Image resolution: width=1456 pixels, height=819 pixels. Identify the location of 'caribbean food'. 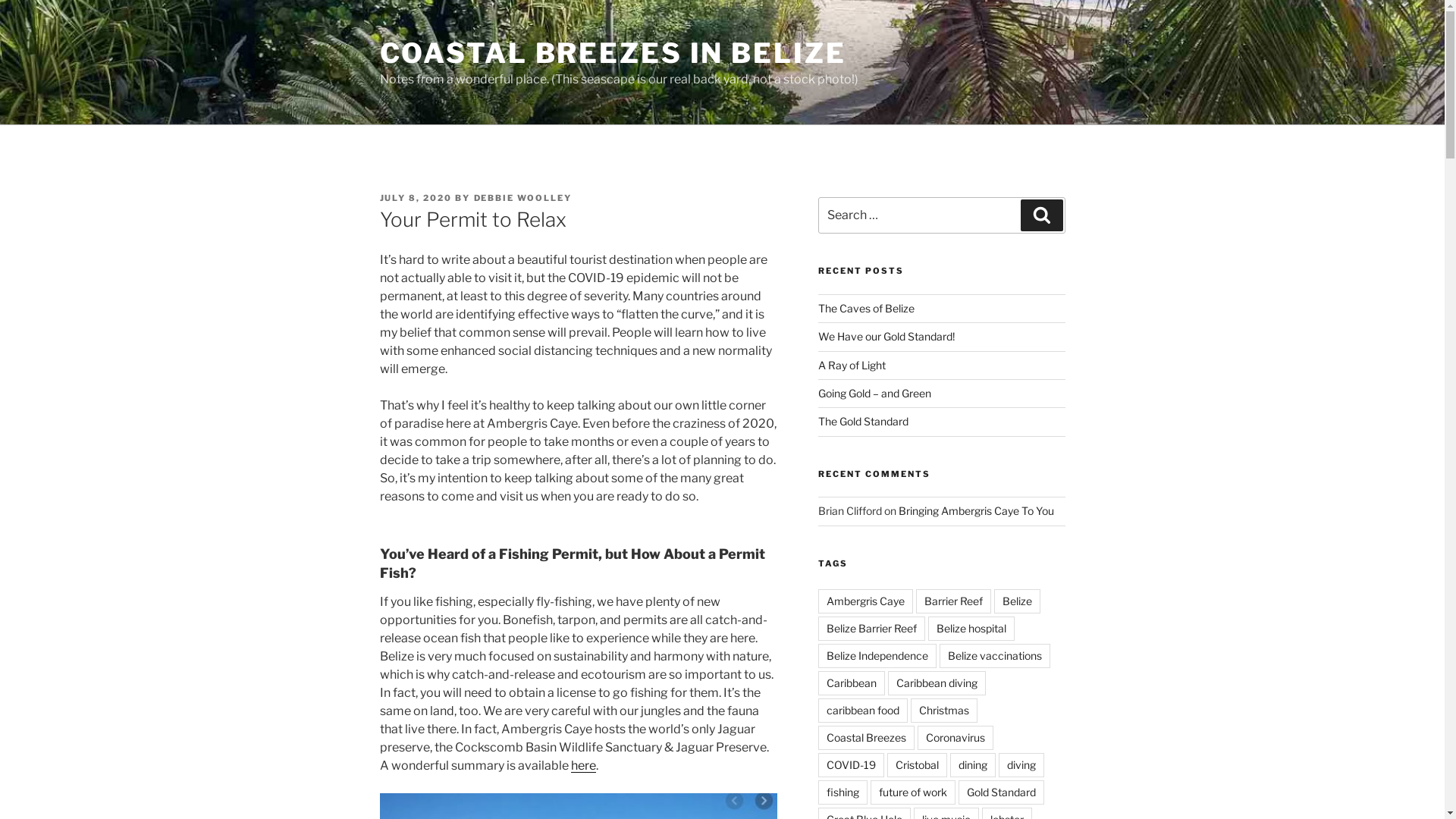
(862, 711).